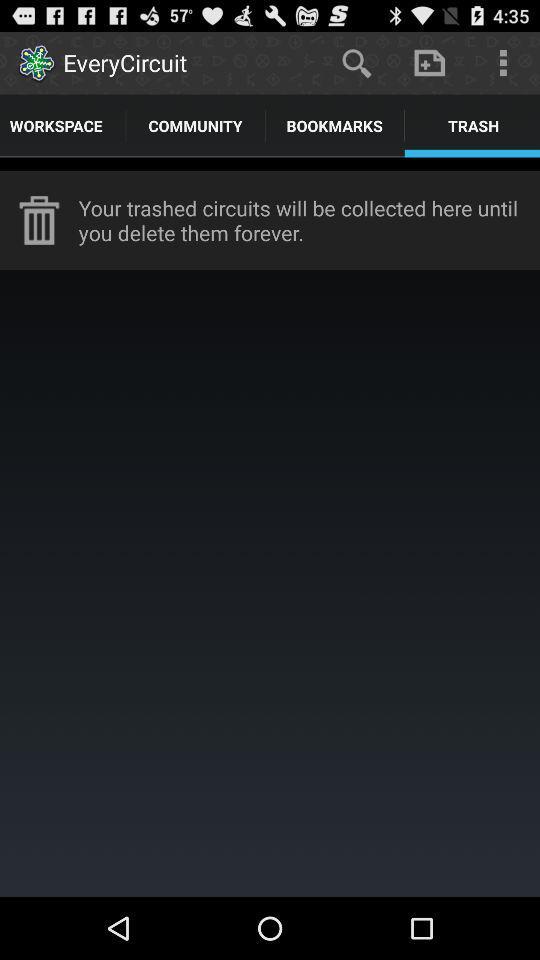  Describe the element at coordinates (355, 62) in the screenshot. I see `item next to the everycircuit app` at that location.